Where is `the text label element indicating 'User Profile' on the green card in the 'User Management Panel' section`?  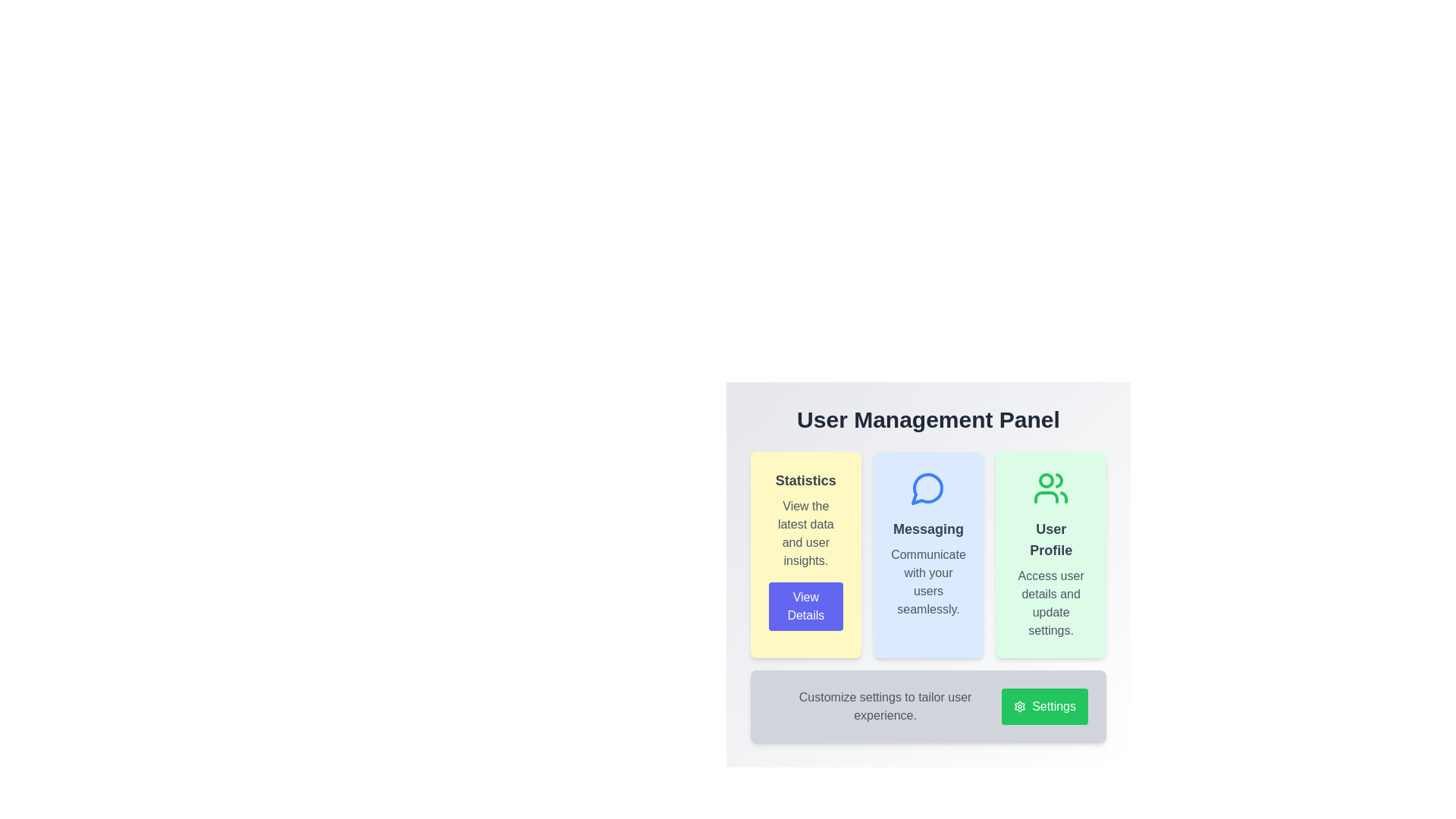
the text label element indicating 'User Profile' on the green card in the 'User Management Panel' section is located at coordinates (1050, 539).